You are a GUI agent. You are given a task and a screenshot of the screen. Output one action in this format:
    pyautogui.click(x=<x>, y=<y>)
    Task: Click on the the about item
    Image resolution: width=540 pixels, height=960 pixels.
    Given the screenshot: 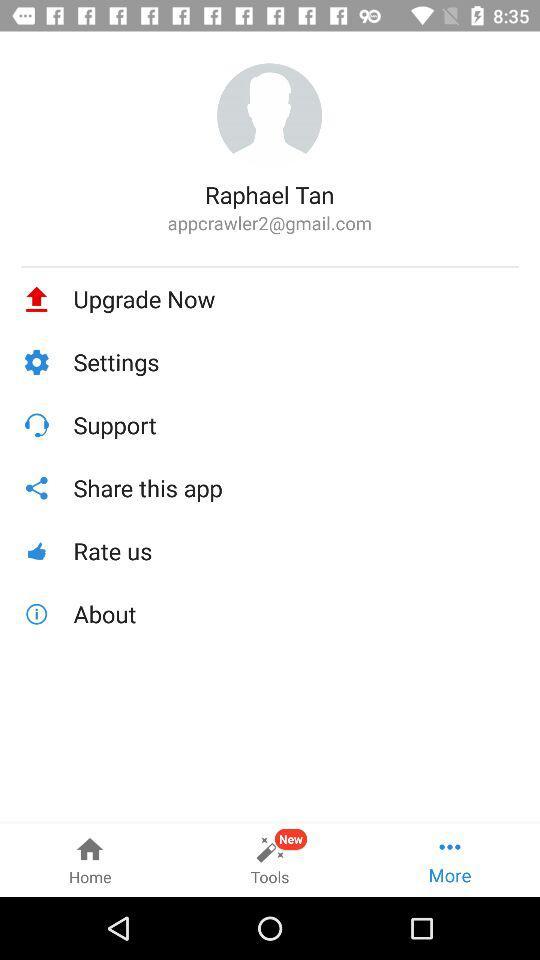 What is the action you would take?
    pyautogui.click(x=295, y=613)
    